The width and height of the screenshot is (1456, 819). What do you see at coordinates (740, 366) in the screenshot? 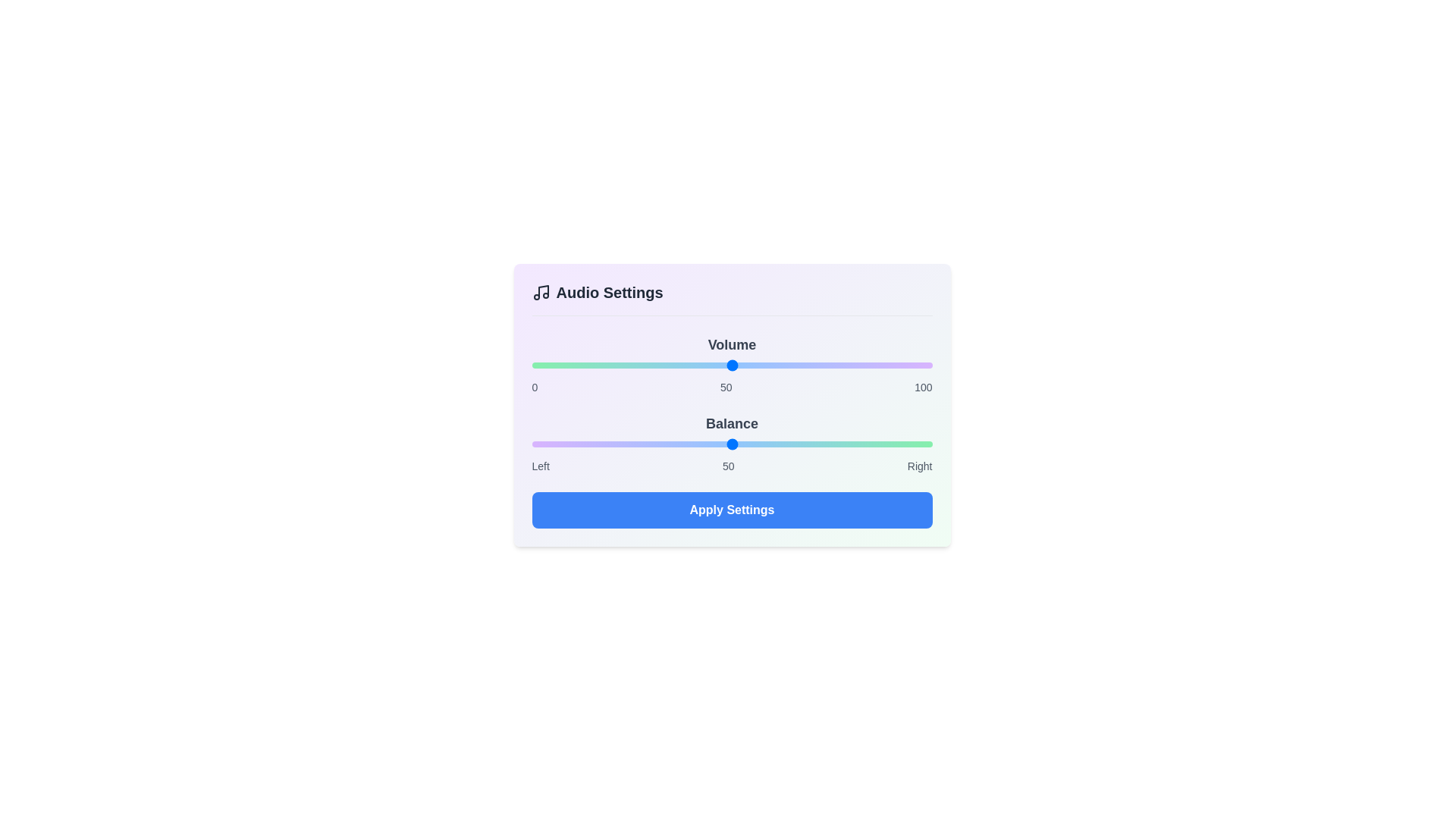
I see `the volume level` at bounding box center [740, 366].